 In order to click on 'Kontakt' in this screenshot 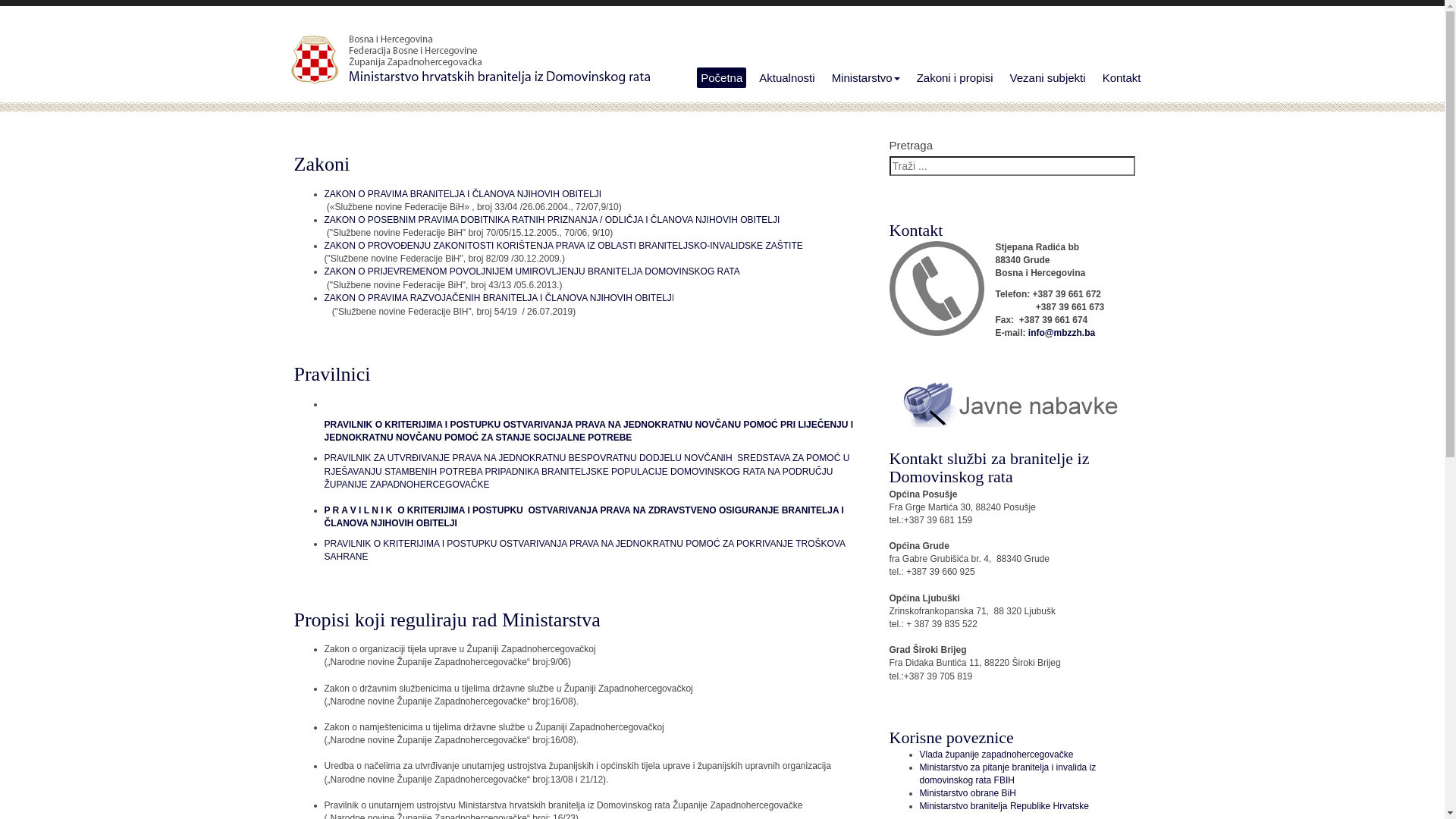, I will do `click(1122, 77)`.